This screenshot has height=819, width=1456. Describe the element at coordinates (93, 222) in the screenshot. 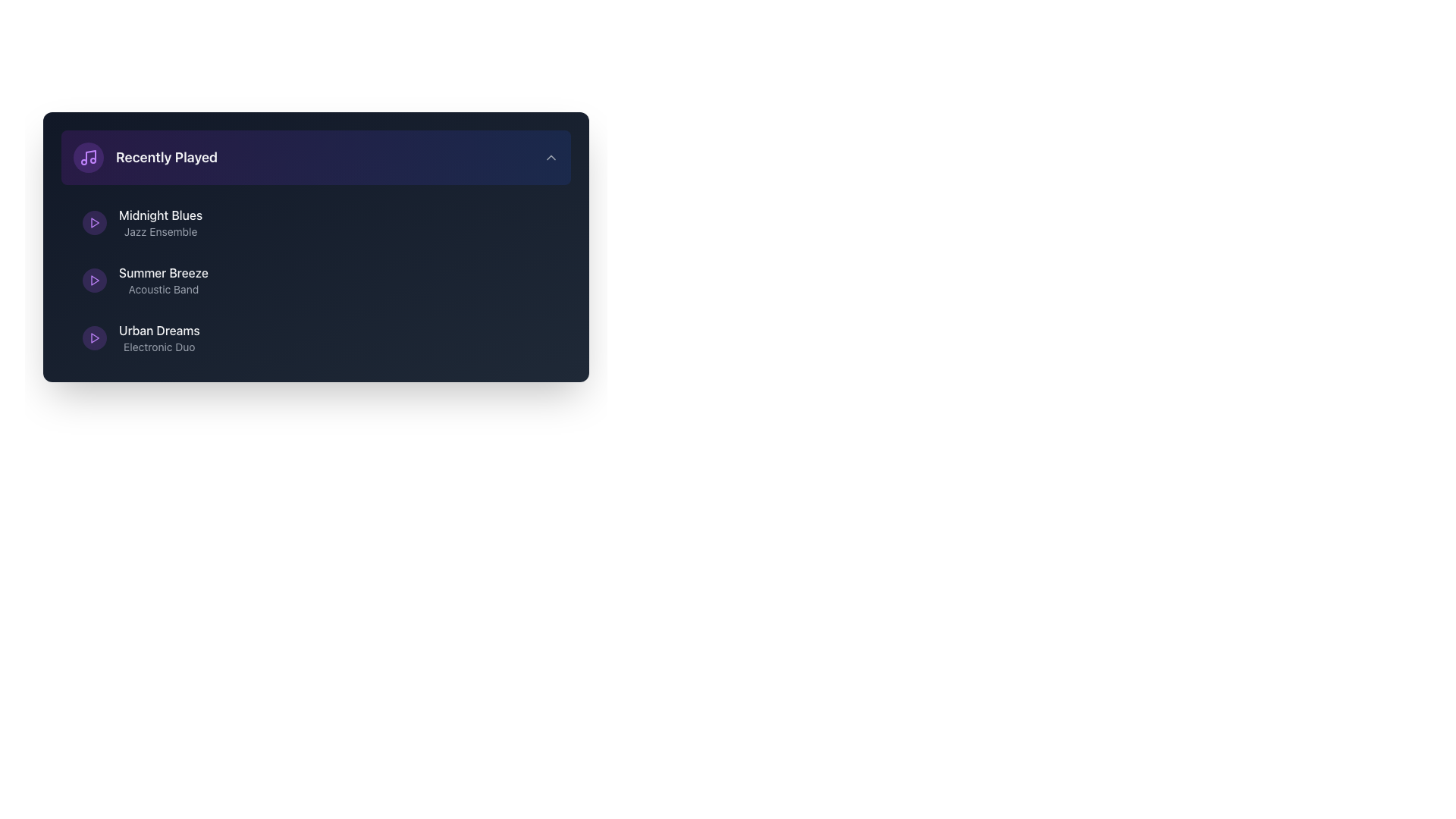

I see `the circular play button with a purple border and light purple play symbol` at that location.